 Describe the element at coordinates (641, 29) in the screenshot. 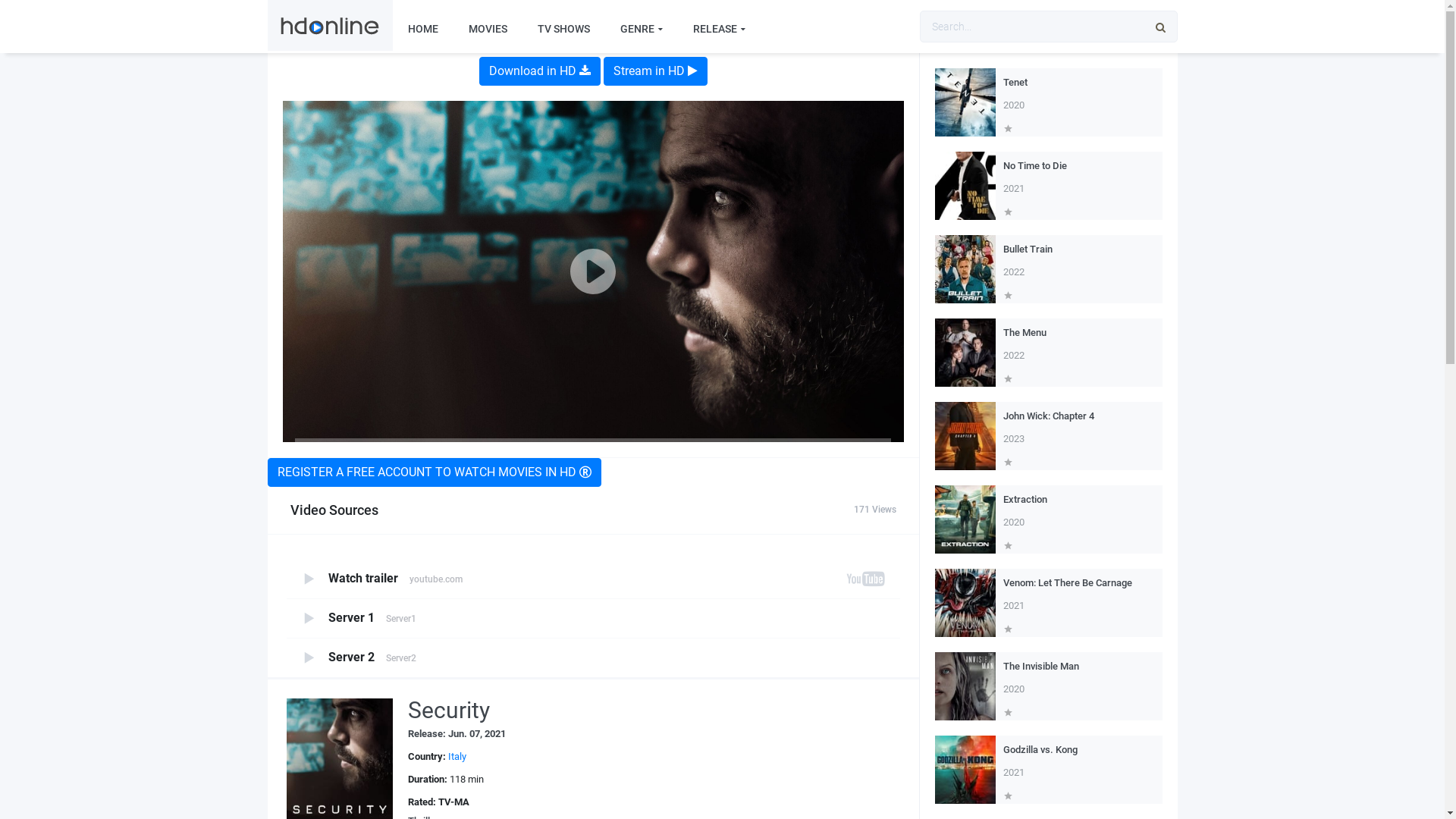

I see `'GENRE'` at that location.